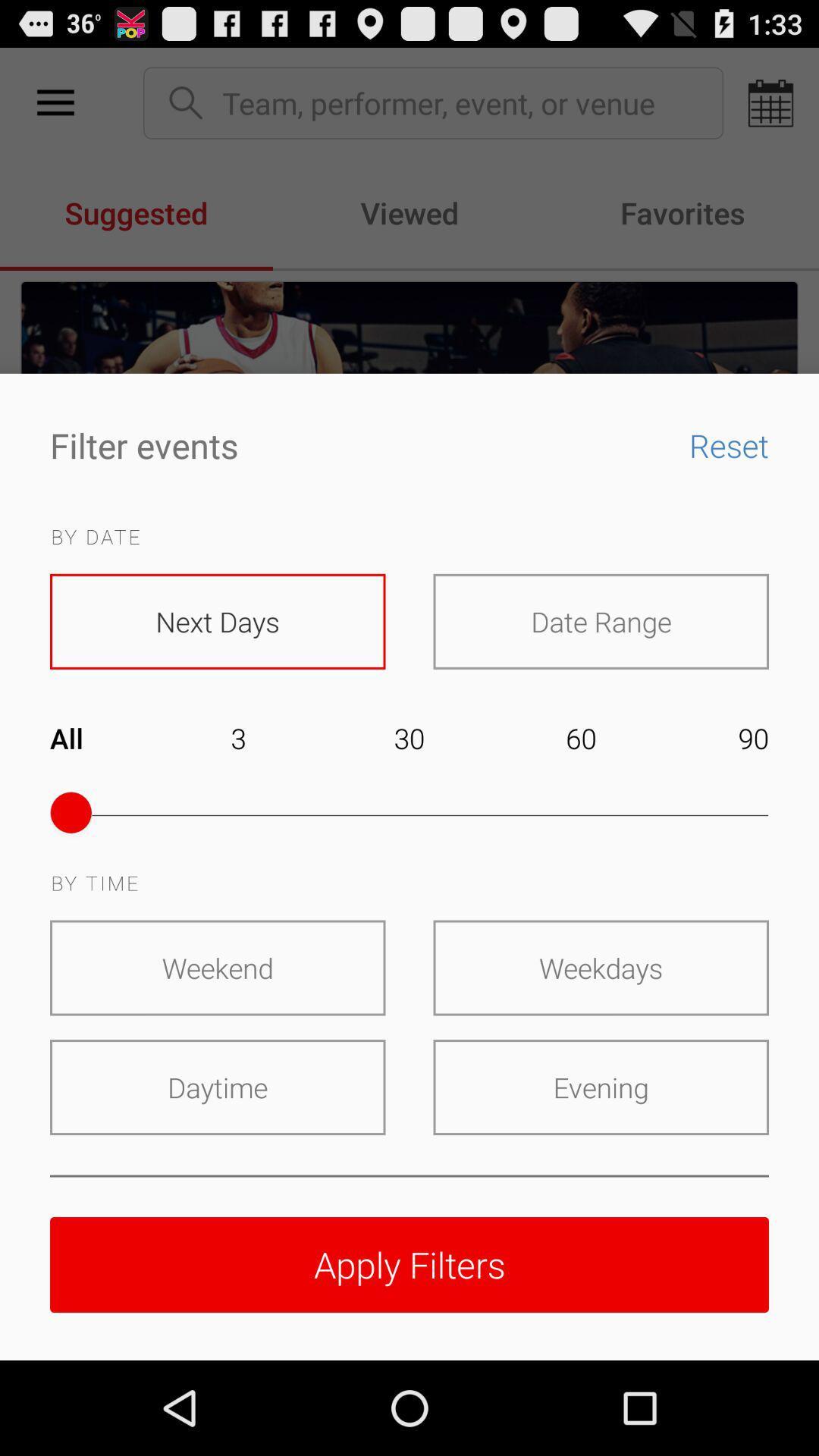 The width and height of the screenshot is (819, 1456). What do you see at coordinates (600, 621) in the screenshot?
I see `the icon above 30 icon` at bounding box center [600, 621].